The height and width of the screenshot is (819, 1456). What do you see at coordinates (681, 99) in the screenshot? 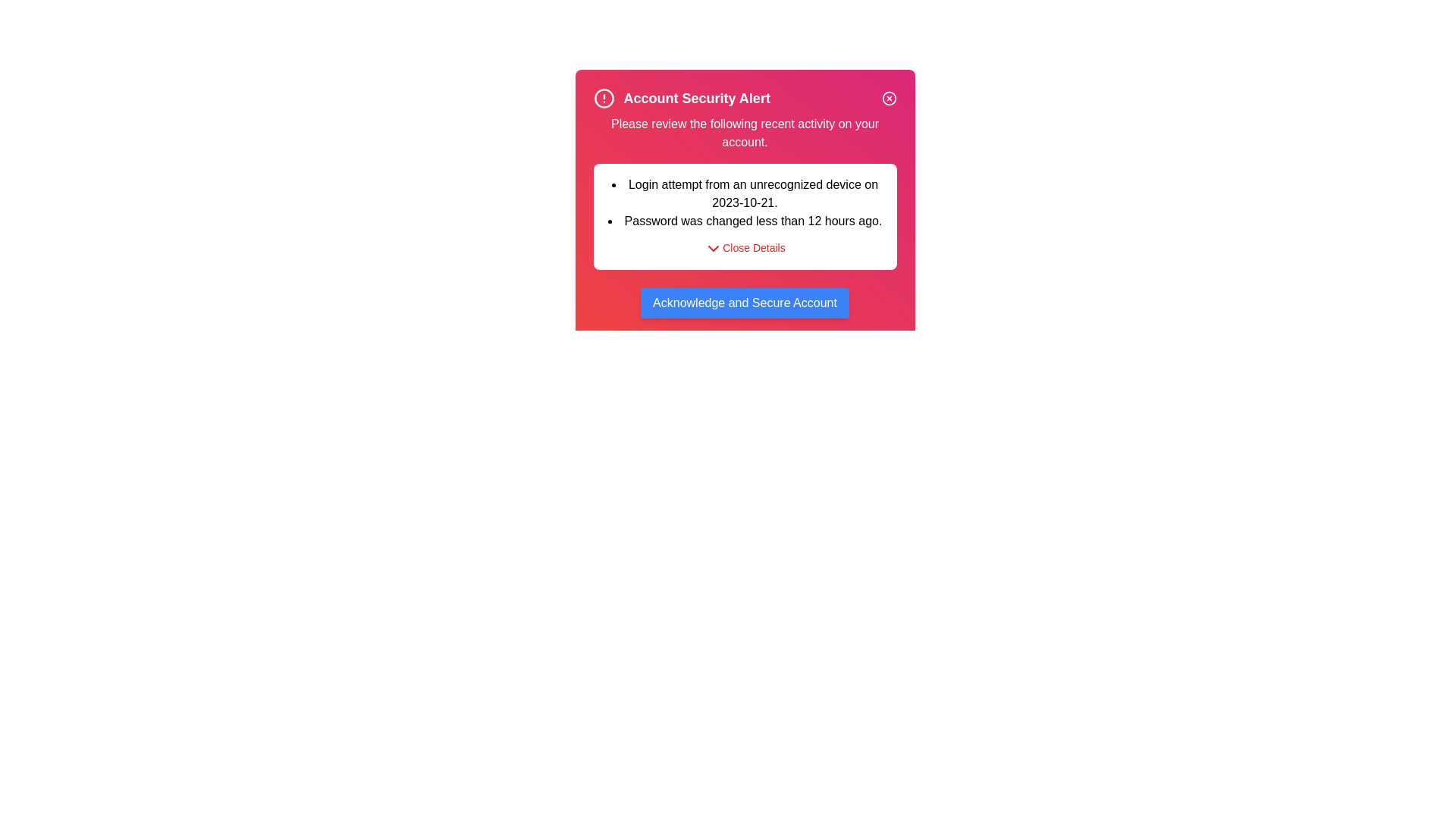
I see `the header-style text and icon combination element that serves as the title of the alert, located at the top-left corner of the alert box` at bounding box center [681, 99].